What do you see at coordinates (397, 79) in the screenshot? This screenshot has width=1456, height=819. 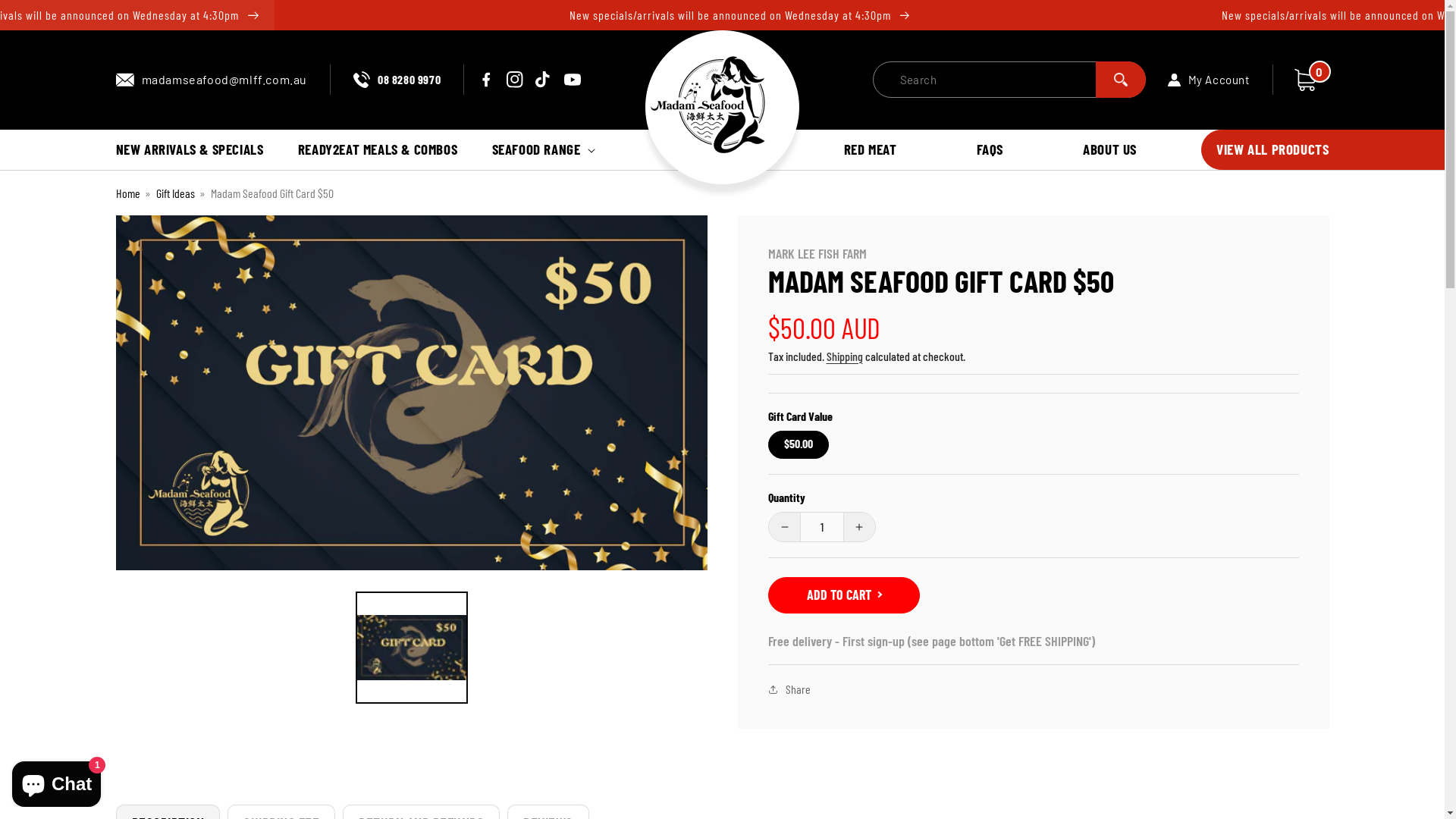 I see `'08 8280 9970'` at bounding box center [397, 79].